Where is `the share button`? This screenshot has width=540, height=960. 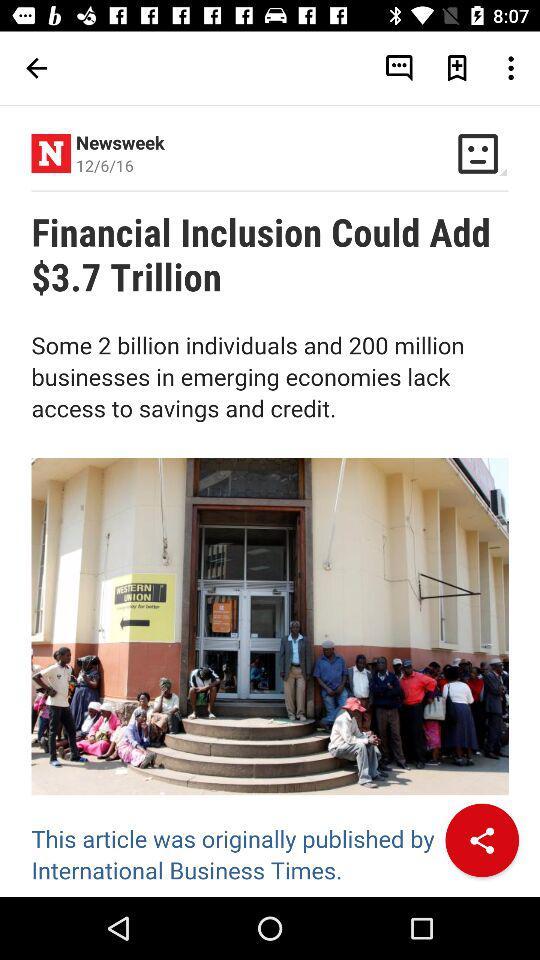
the share button is located at coordinates (481, 840).